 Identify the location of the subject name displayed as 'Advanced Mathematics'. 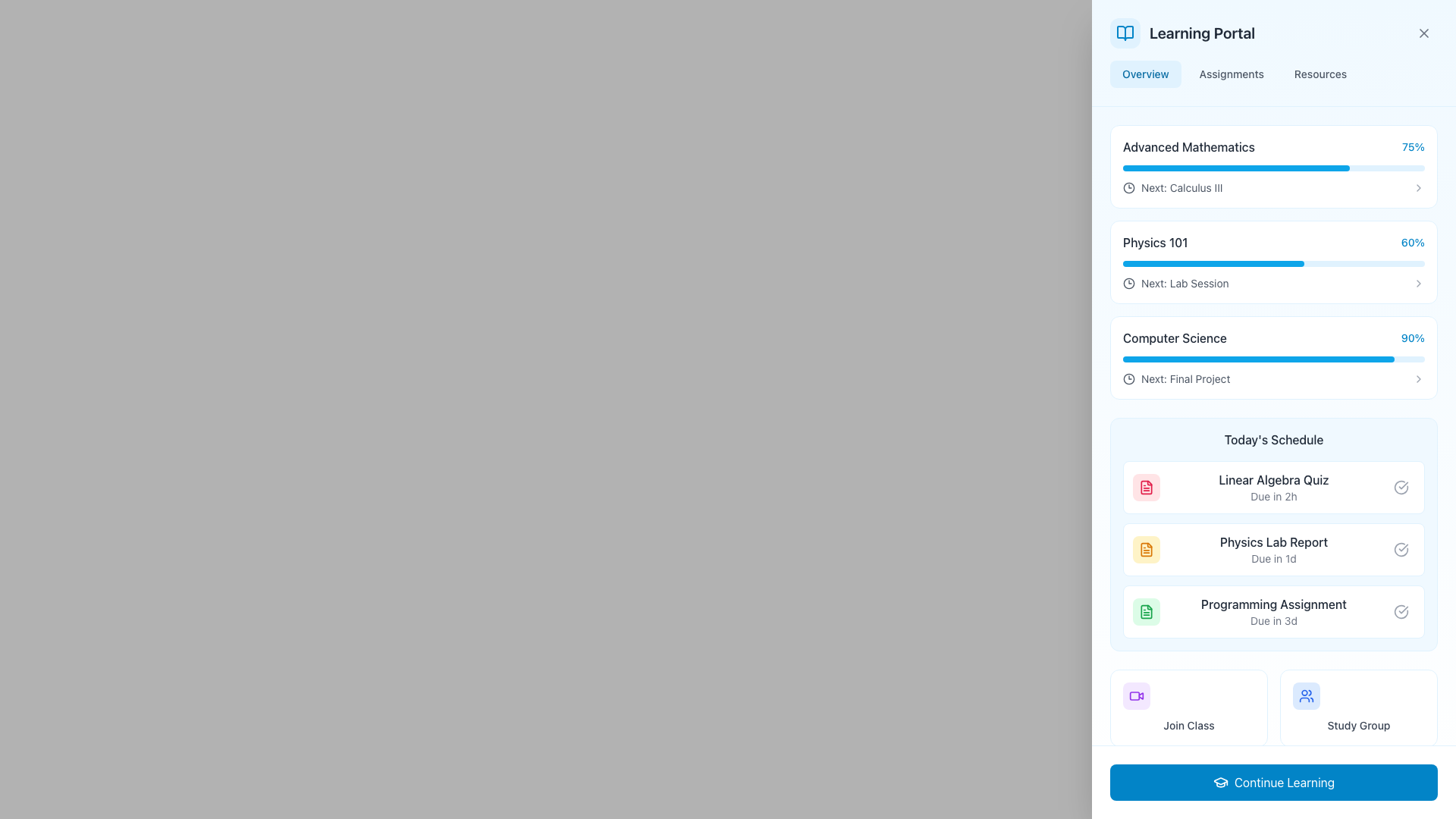
(1274, 146).